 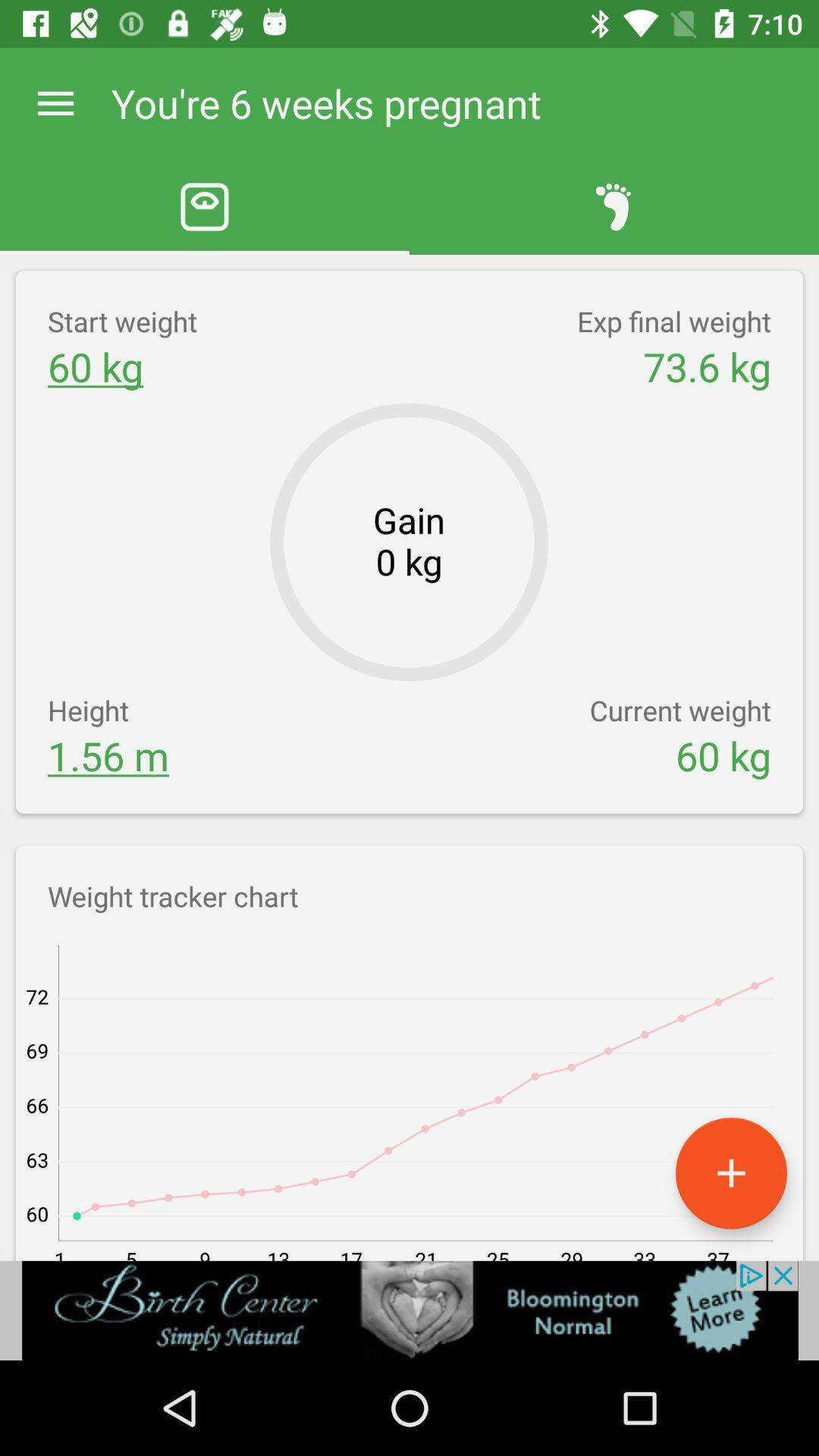 What do you see at coordinates (409, 1310) in the screenshot?
I see `clickable advertisement` at bounding box center [409, 1310].